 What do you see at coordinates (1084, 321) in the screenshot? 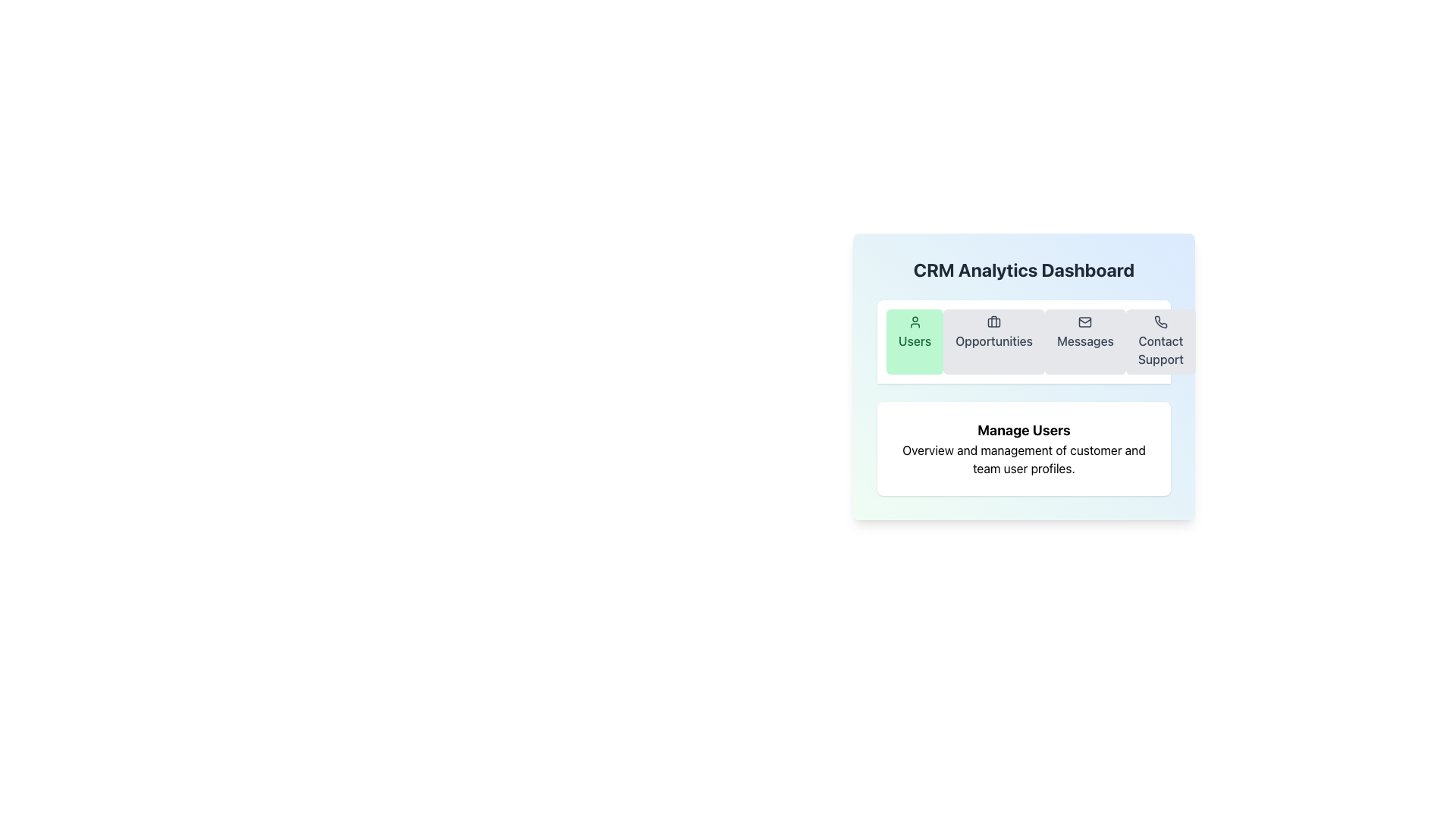
I see `the 'Messages' button which contains a minimalistic mail envelope icon, located in the navigation bar beneath the 'CRM Analytics Dashboard'` at bounding box center [1084, 321].